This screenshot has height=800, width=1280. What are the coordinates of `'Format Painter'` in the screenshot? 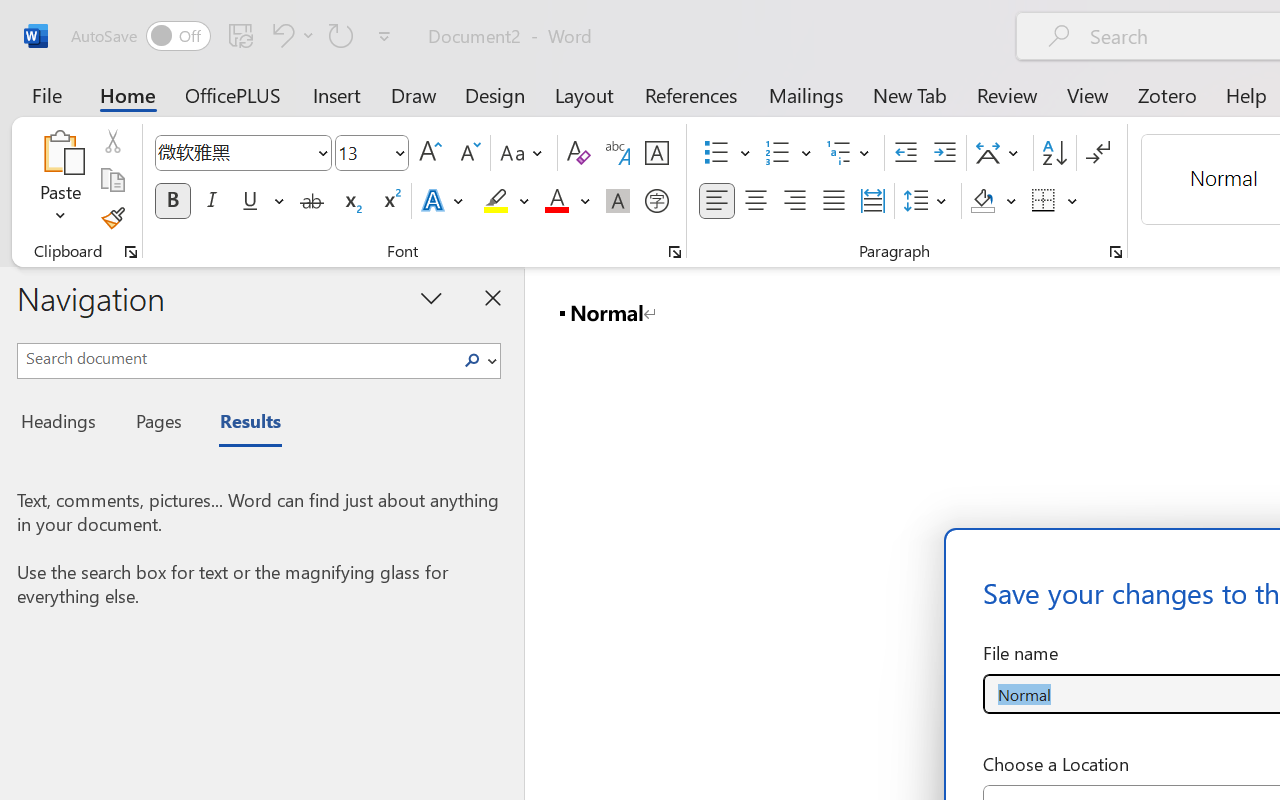 It's located at (111, 218).